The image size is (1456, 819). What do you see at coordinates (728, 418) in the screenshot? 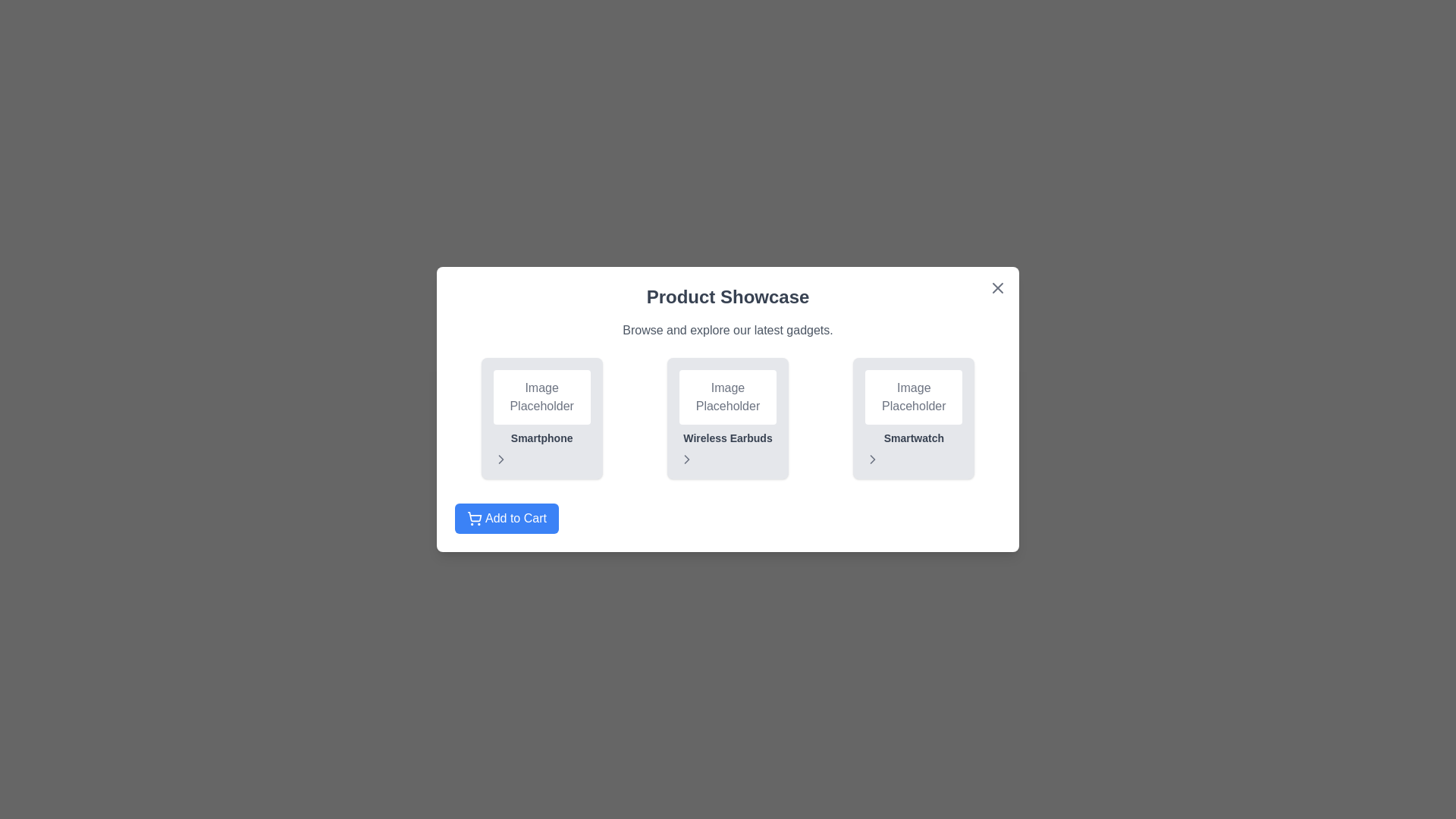
I see `the product card for 'Wireless Earbuds'` at bounding box center [728, 418].